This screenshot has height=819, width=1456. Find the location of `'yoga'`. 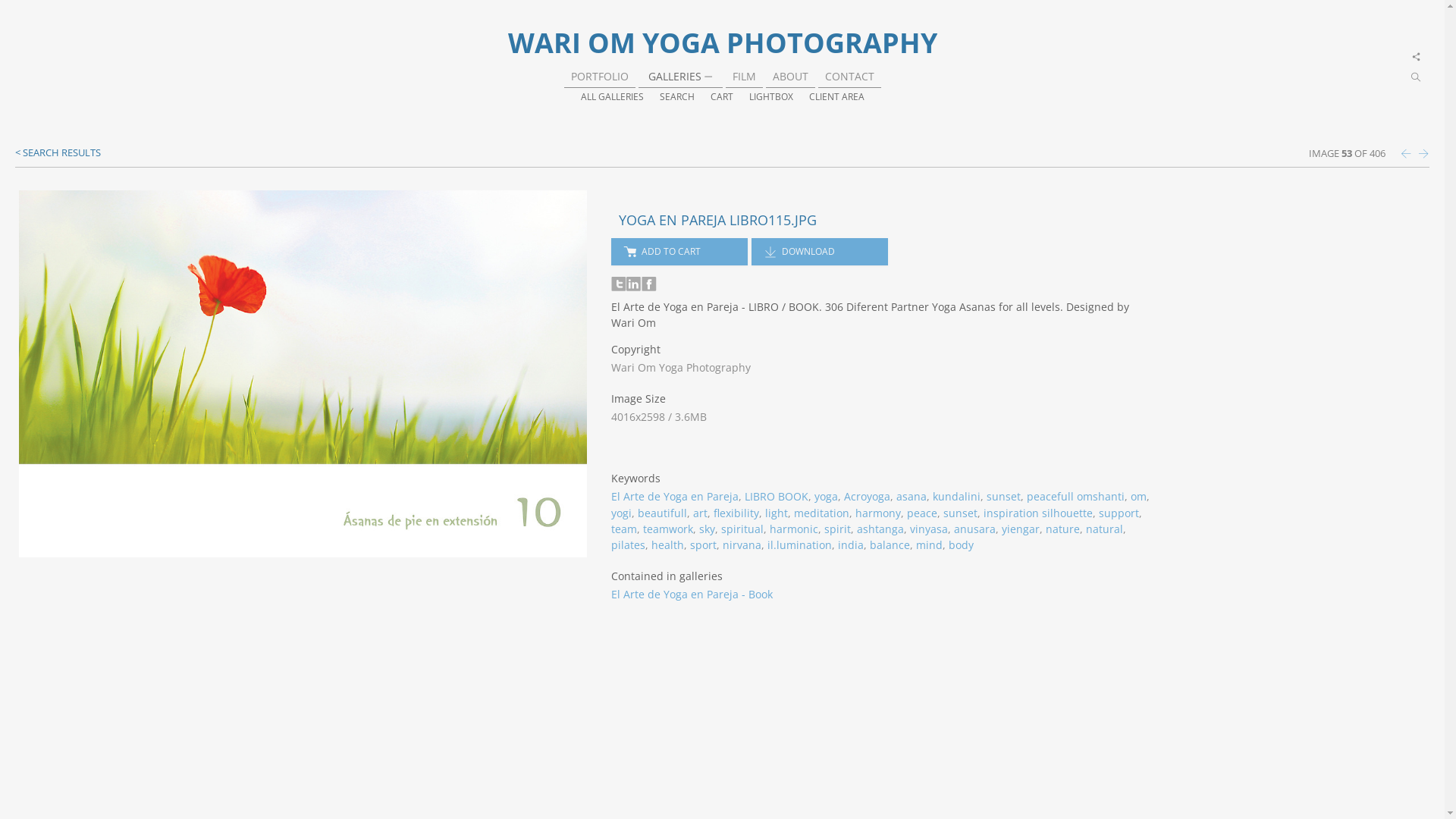

'yoga' is located at coordinates (825, 496).